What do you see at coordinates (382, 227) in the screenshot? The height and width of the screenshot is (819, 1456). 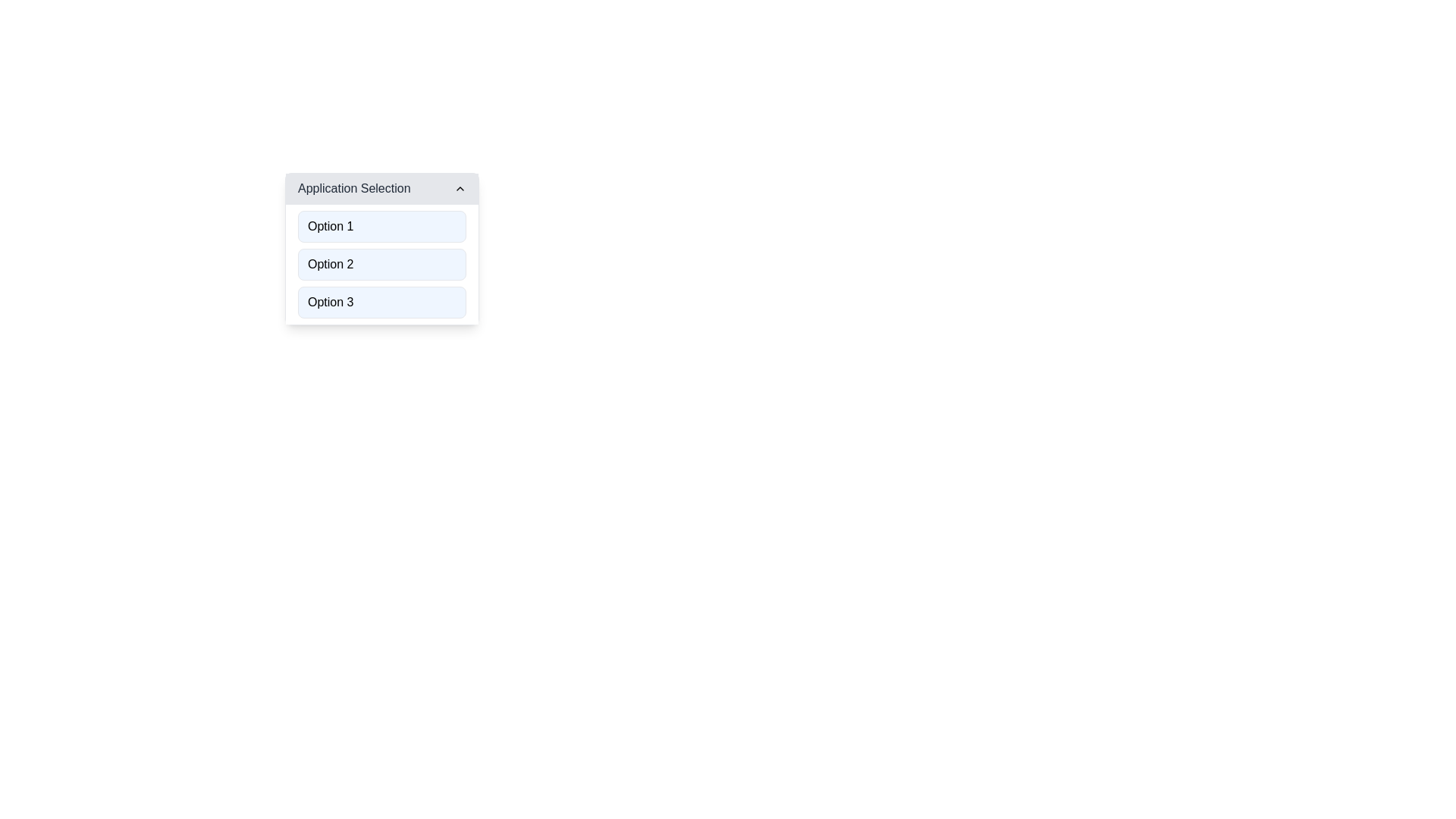 I see `the button labeled 'Option 1' with a light blue background and rounded border` at bounding box center [382, 227].